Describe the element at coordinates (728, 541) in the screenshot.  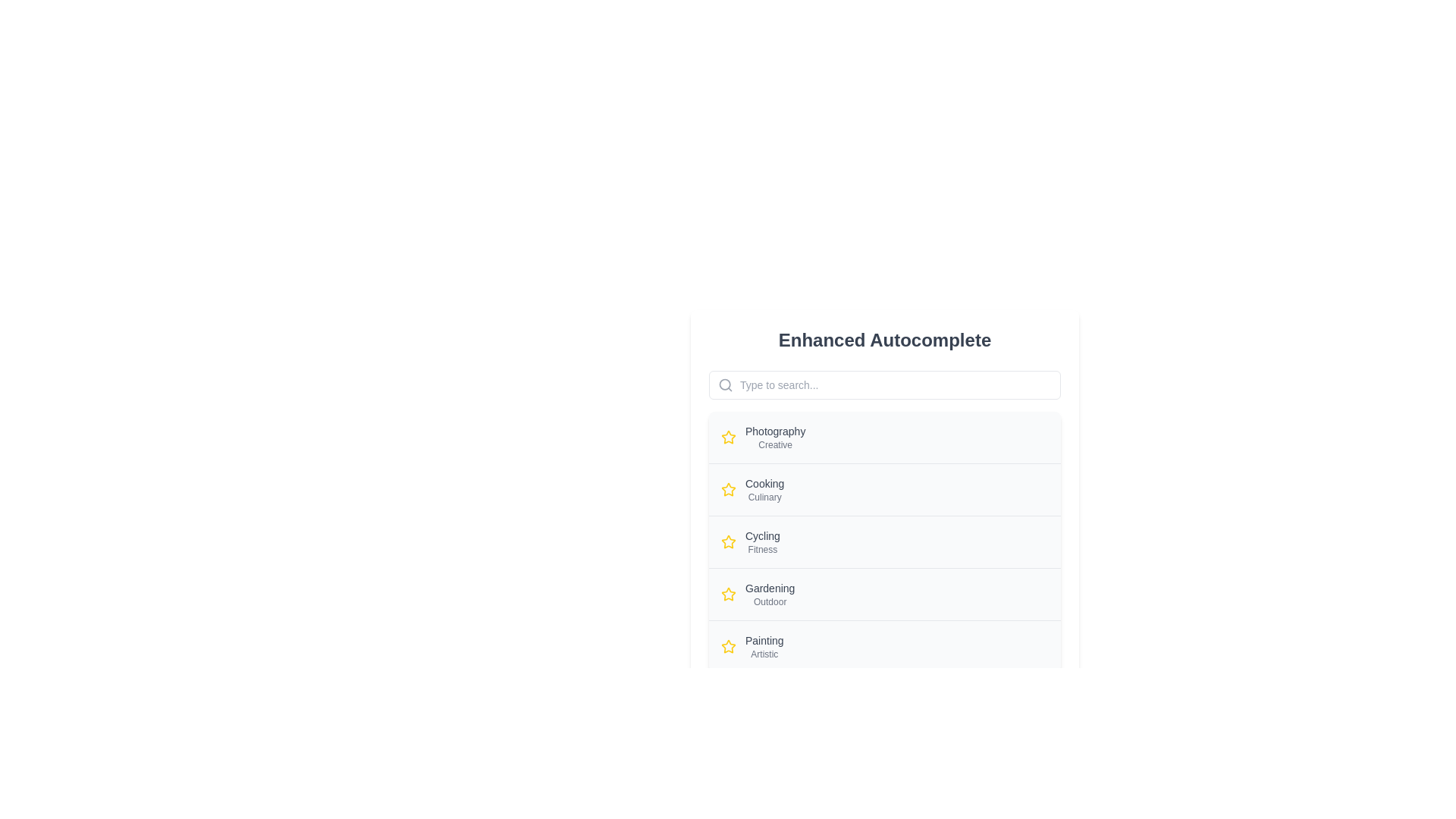
I see `the star-shaped SVG icon associated with the 'Cycling' list item to interact with it` at that location.